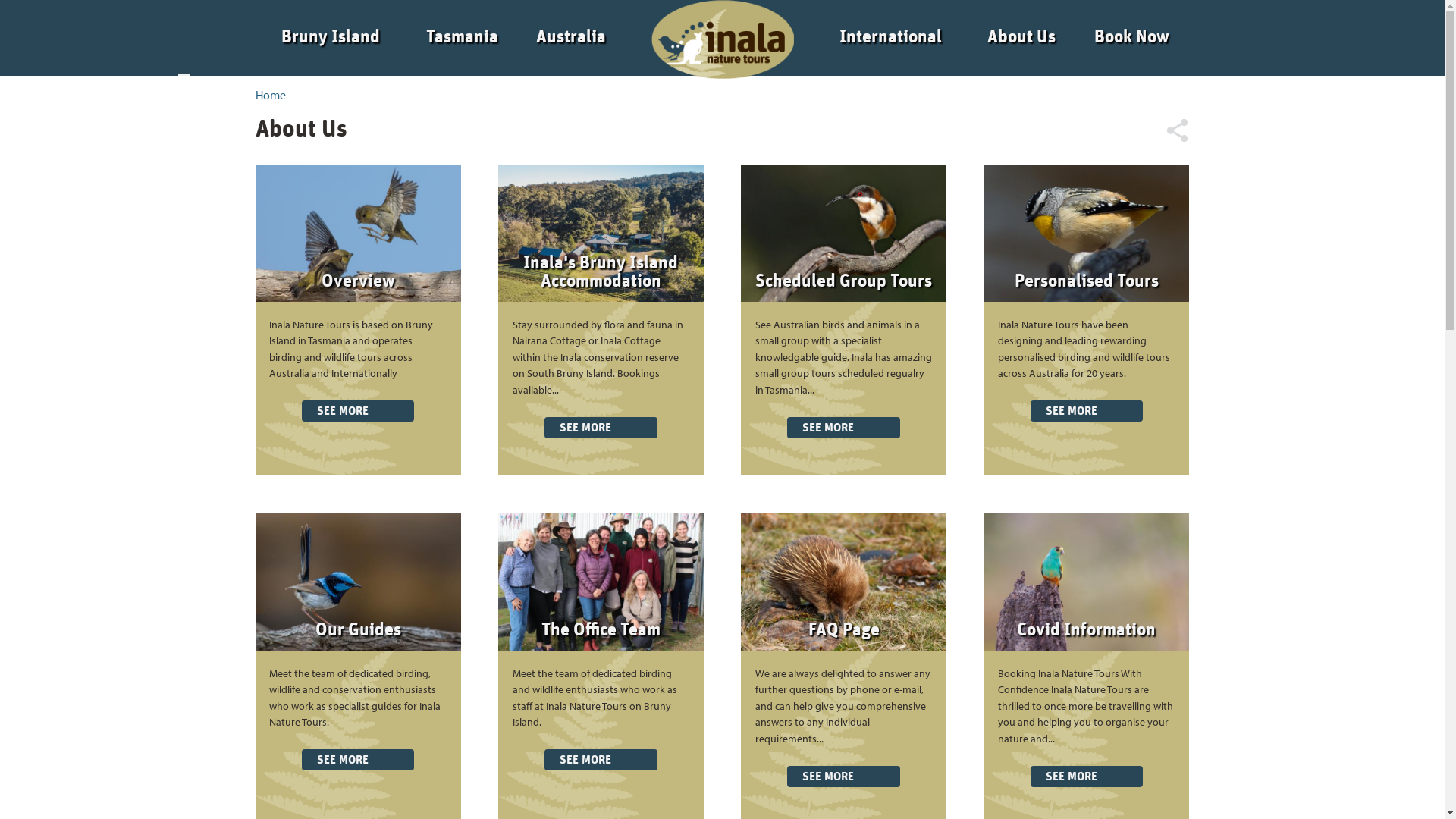 Image resolution: width=1456 pixels, height=819 pixels. Describe the element at coordinates (356, 411) in the screenshot. I see `'SEE MORE'` at that location.